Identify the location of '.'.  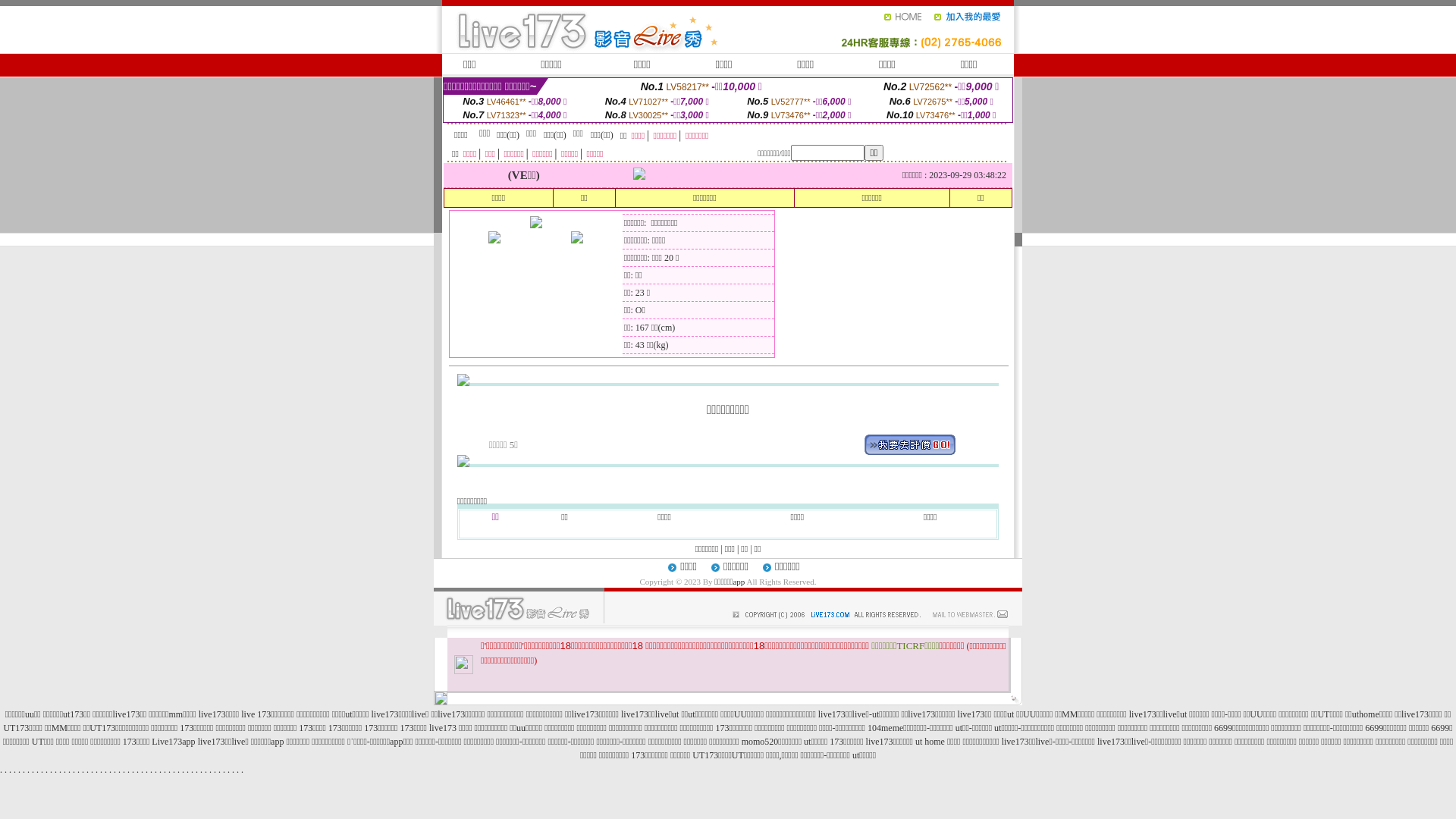
(68, 769).